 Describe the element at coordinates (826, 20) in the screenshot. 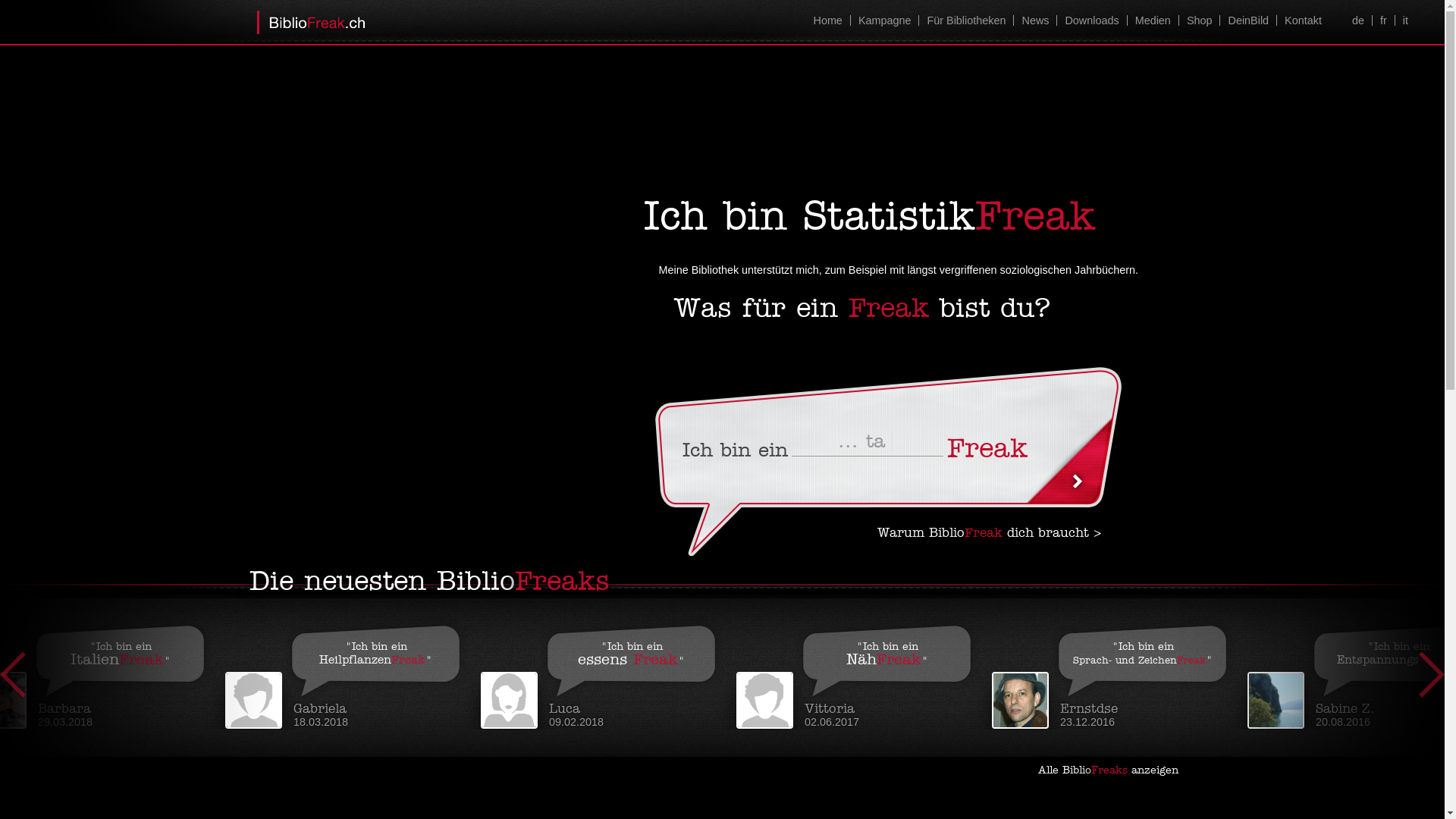

I see `'Home'` at that location.